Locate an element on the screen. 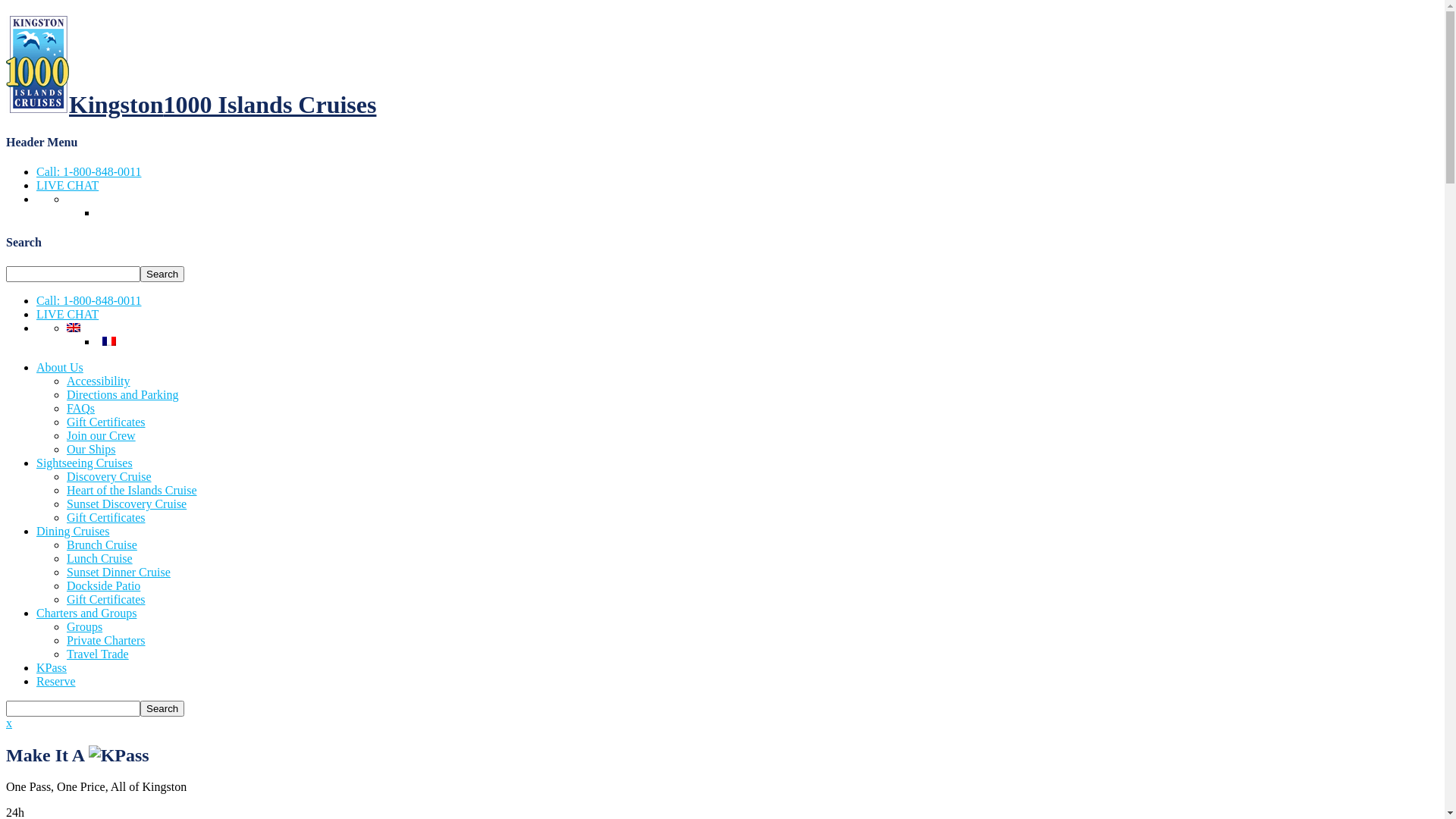 Image resolution: width=1456 pixels, height=819 pixels. 'Directions and Parking' is located at coordinates (123, 394).